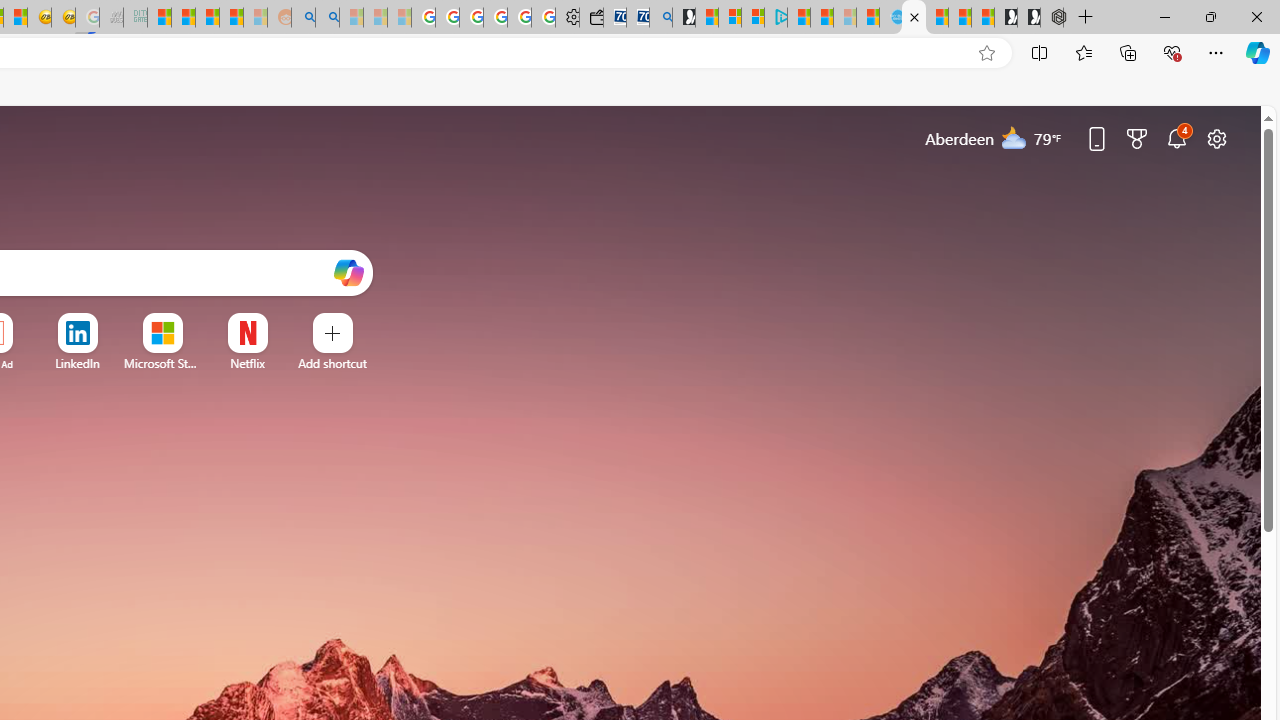 The height and width of the screenshot is (720, 1280). What do you see at coordinates (327, 17) in the screenshot?
I see `'Utah sues federal government - Search'` at bounding box center [327, 17].